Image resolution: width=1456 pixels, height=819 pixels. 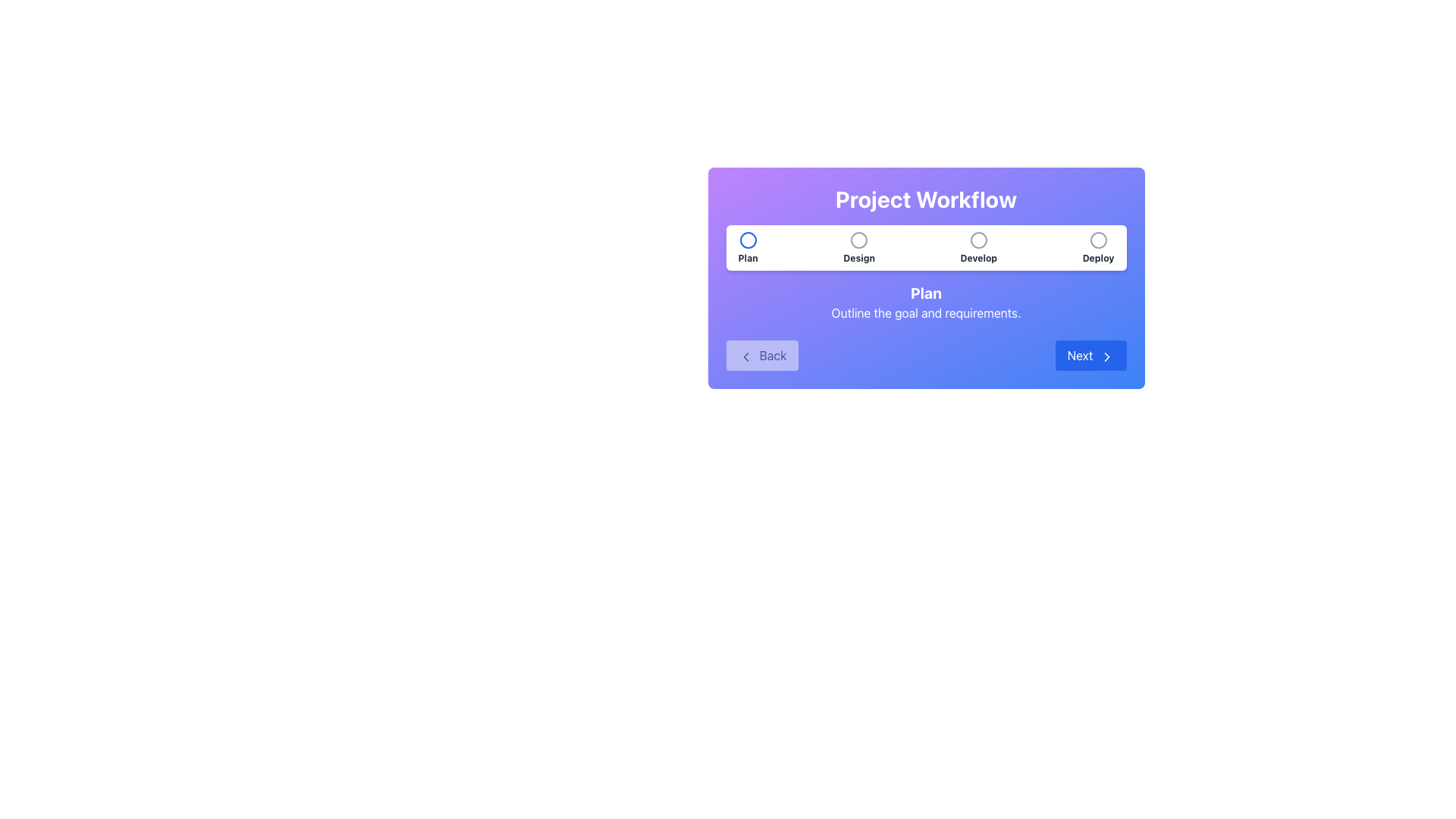 I want to click on the right-pointing chevron icon next to the 'Next' text within the blue button at the bottom right of the interface, so click(x=1106, y=356).